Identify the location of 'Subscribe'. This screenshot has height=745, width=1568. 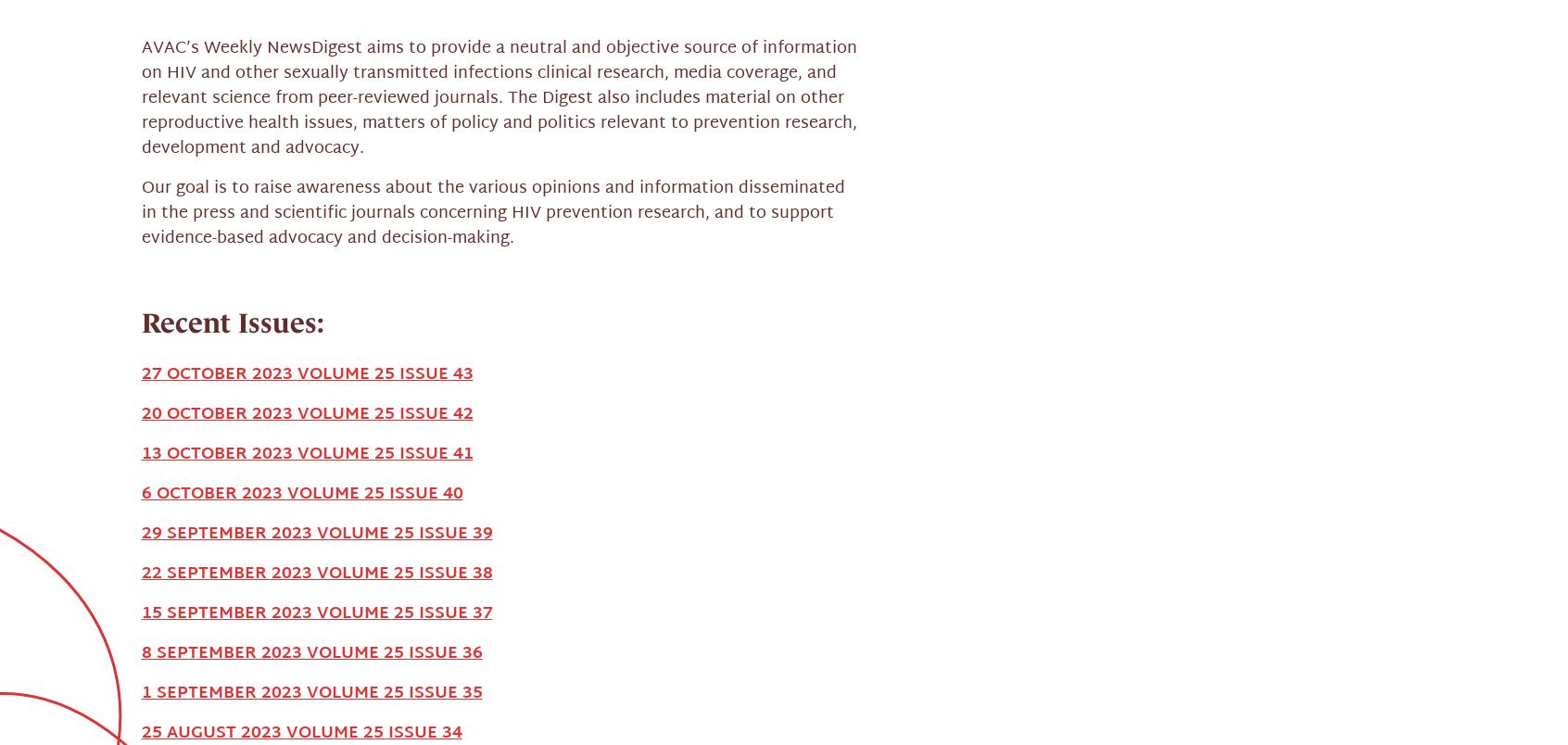
(1102, 622).